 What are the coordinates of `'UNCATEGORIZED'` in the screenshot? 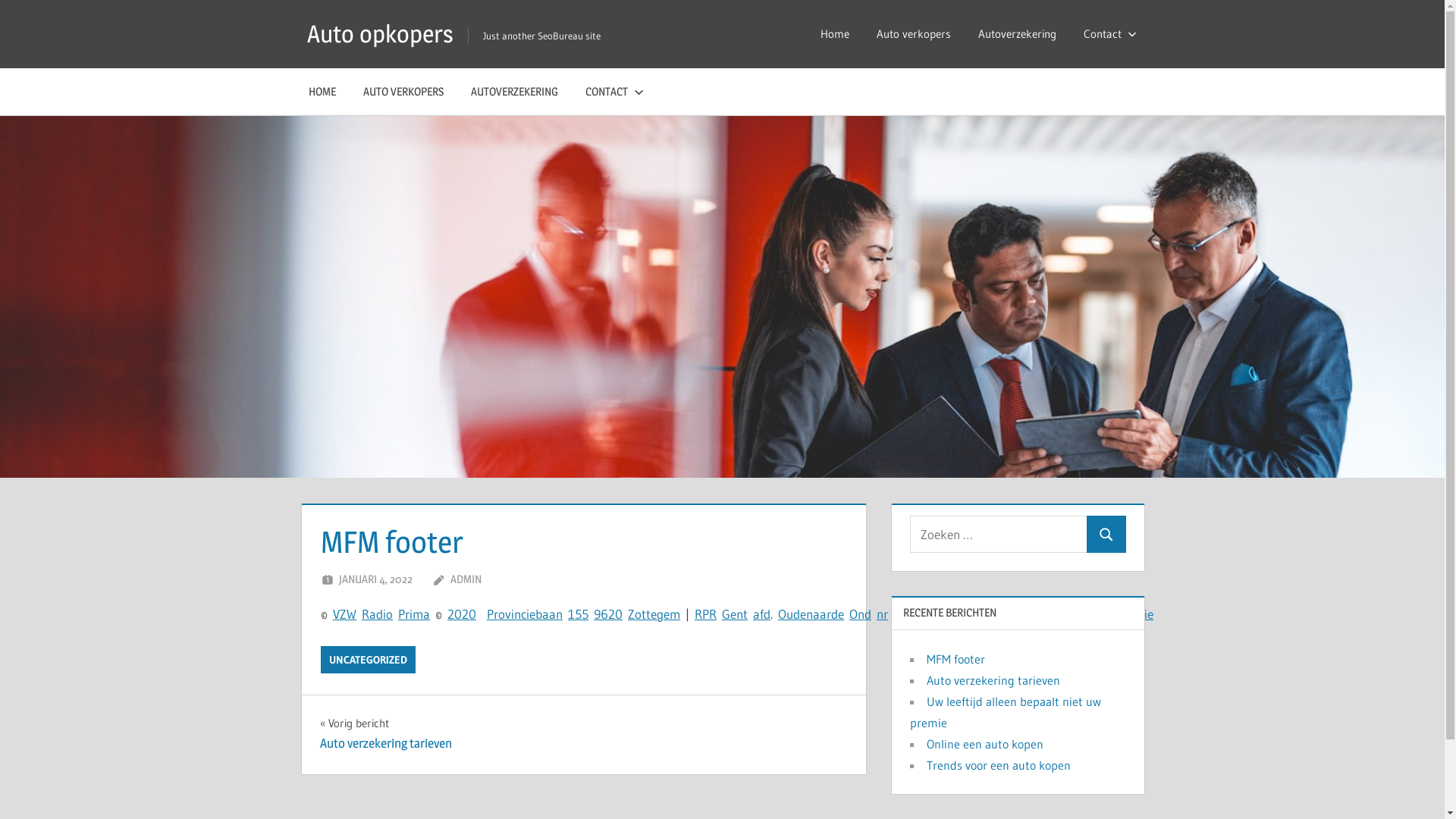 It's located at (368, 659).